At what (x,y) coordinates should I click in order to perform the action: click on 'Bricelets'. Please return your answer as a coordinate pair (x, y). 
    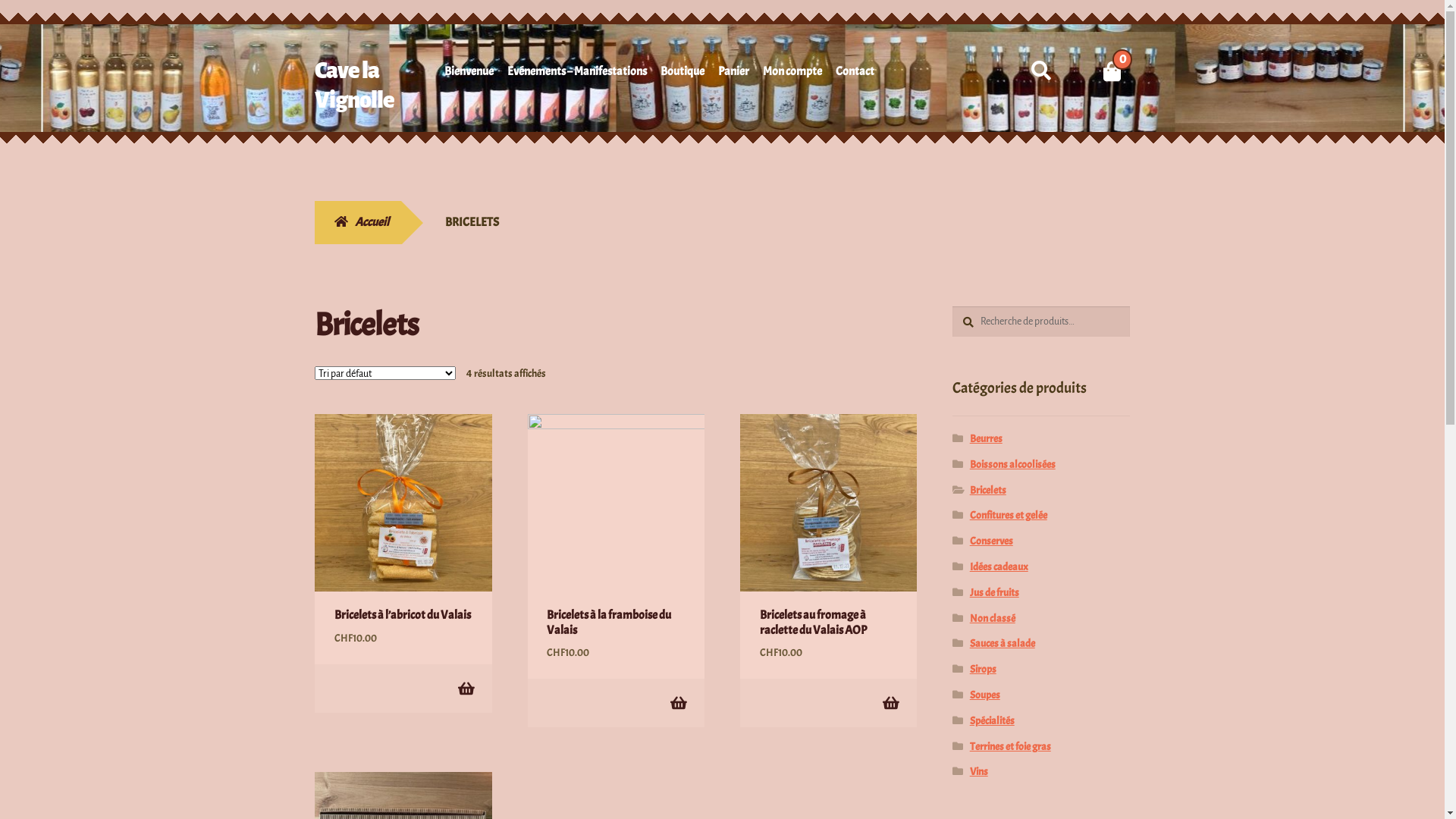
    Looking at the image, I should click on (968, 490).